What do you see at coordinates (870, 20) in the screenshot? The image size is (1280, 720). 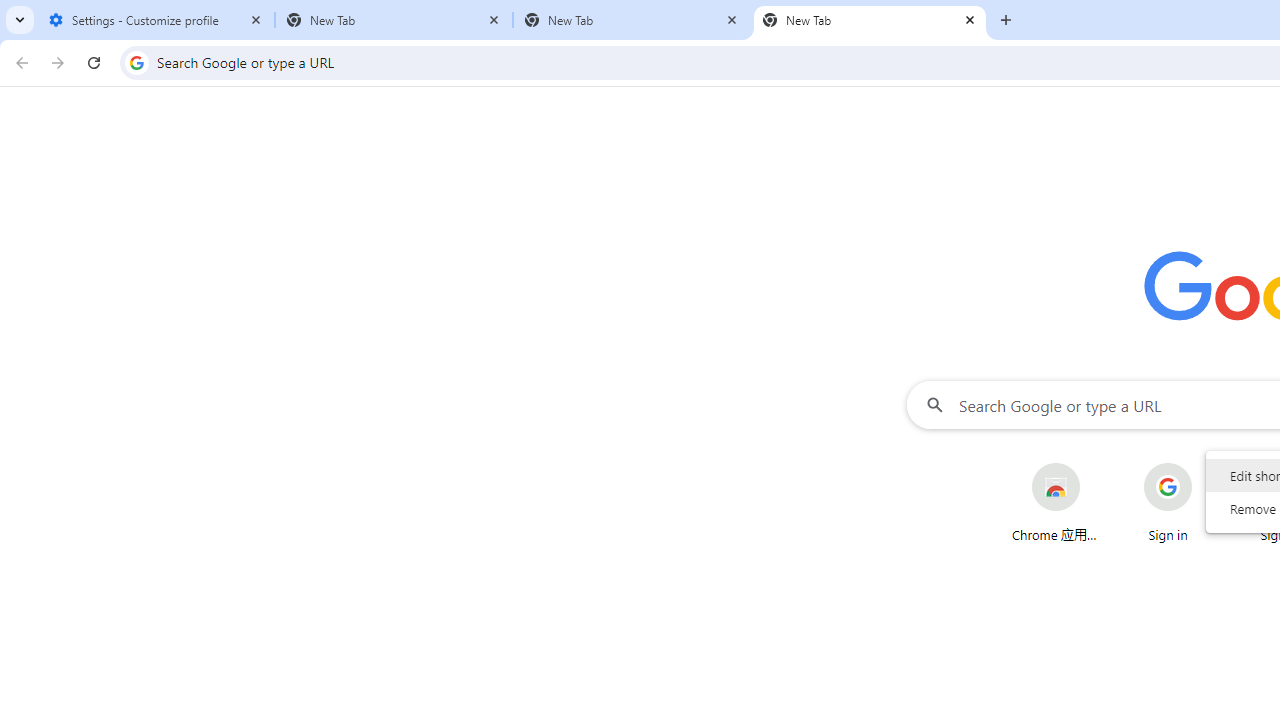 I see `'New Tab'` at bounding box center [870, 20].